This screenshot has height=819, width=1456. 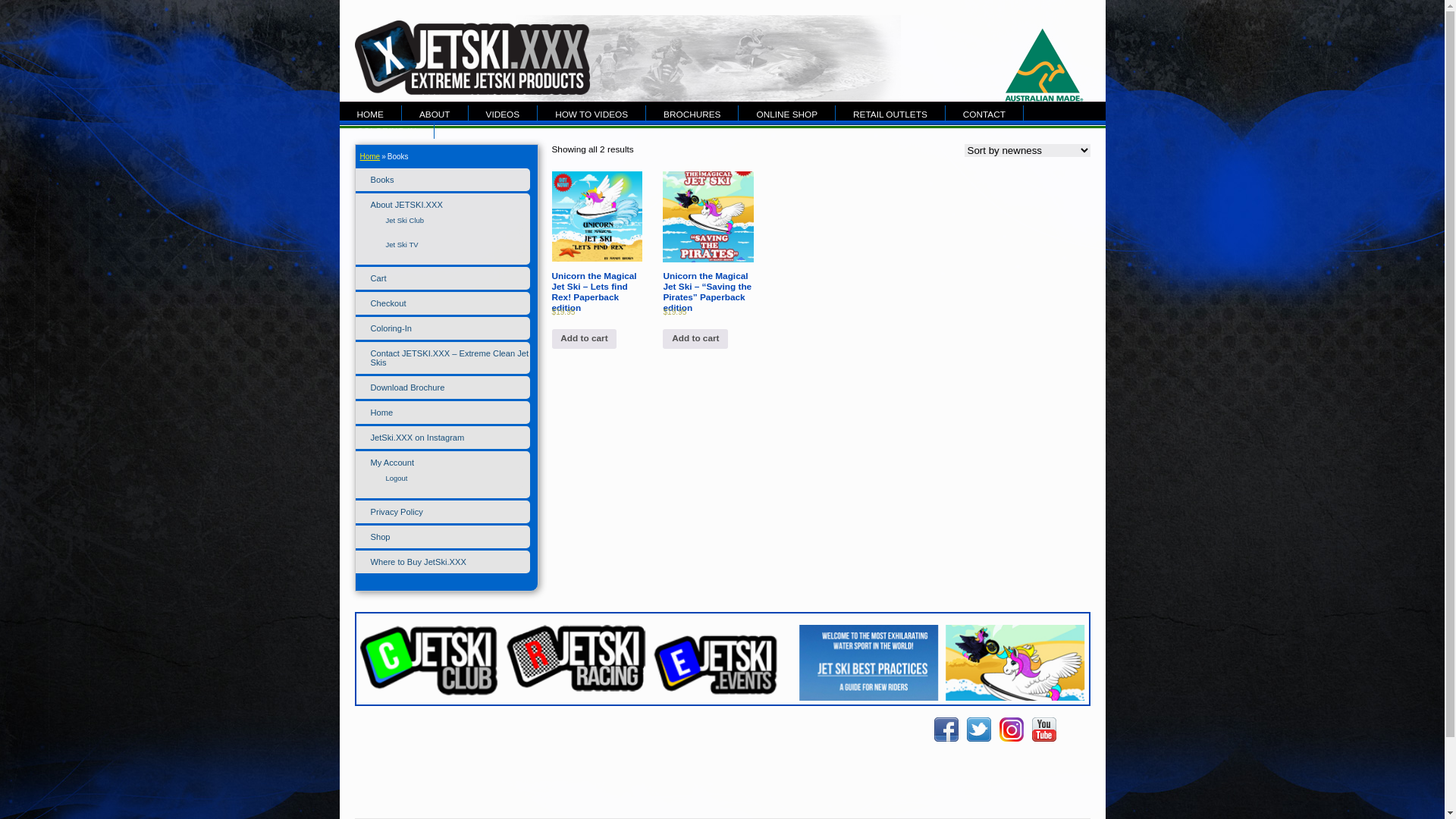 I want to click on 'ABOUT', so click(x=401, y=113).